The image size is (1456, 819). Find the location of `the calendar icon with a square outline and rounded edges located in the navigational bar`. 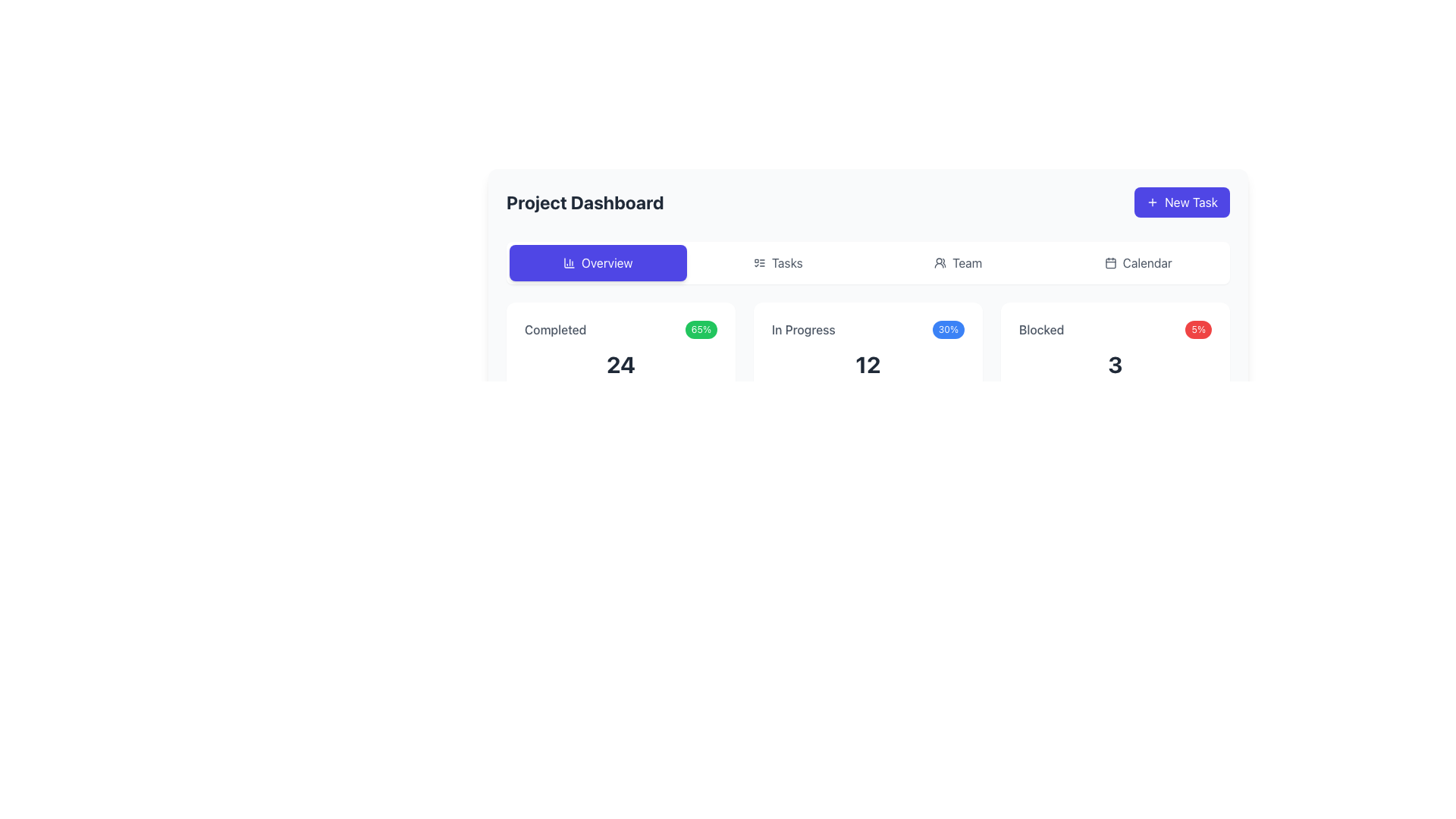

the calendar icon with a square outline and rounded edges located in the navigational bar is located at coordinates (1110, 262).